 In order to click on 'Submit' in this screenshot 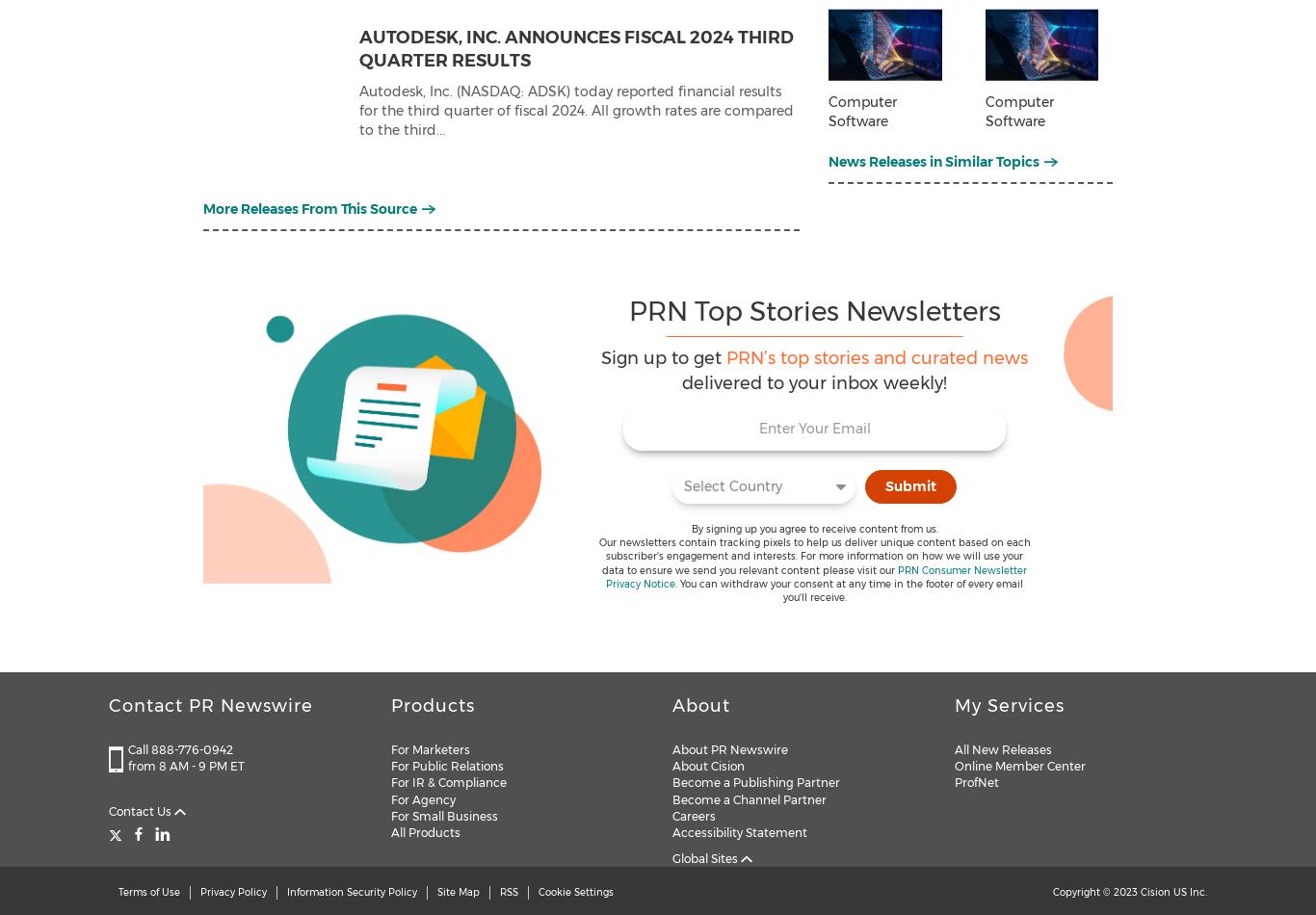, I will do `click(885, 486)`.